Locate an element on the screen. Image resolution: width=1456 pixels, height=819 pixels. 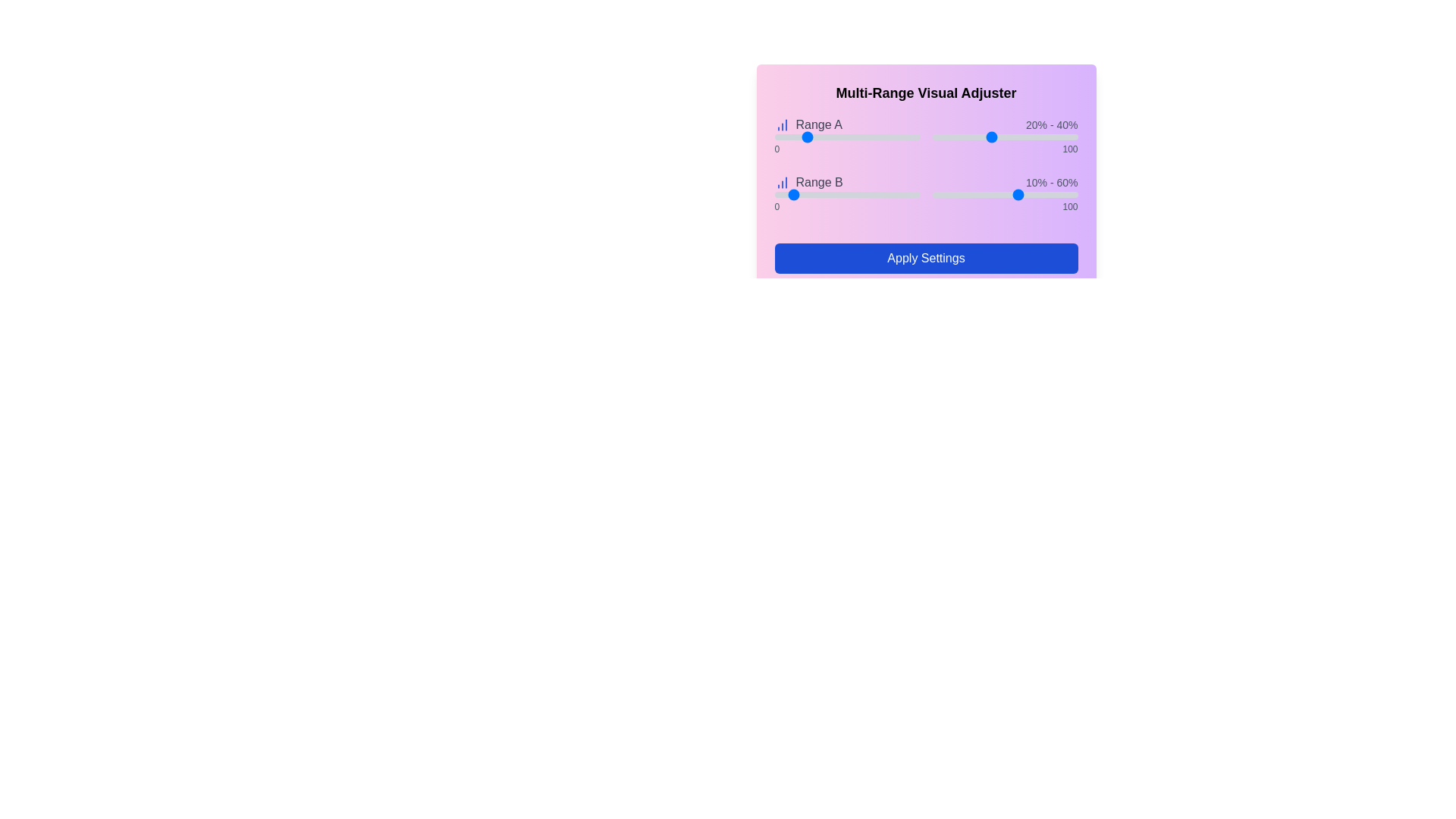
the Label that identifies the range for the interactive slider, located at the top right of the interface, left of the numerical range '20% - 40%' is located at coordinates (808, 124).